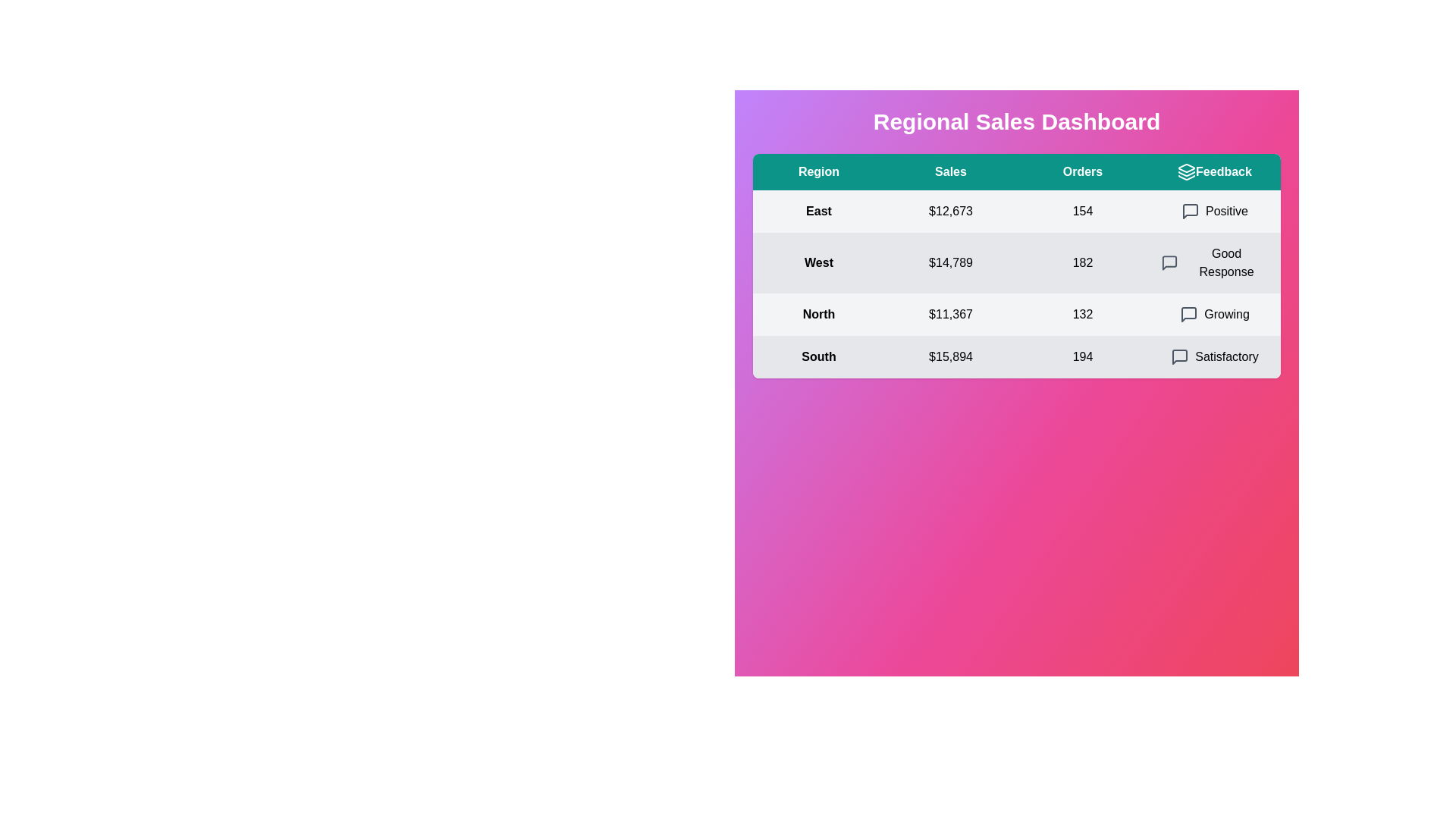 This screenshot has height=819, width=1456. I want to click on the text in the table header Feedback, so click(1215, 171).